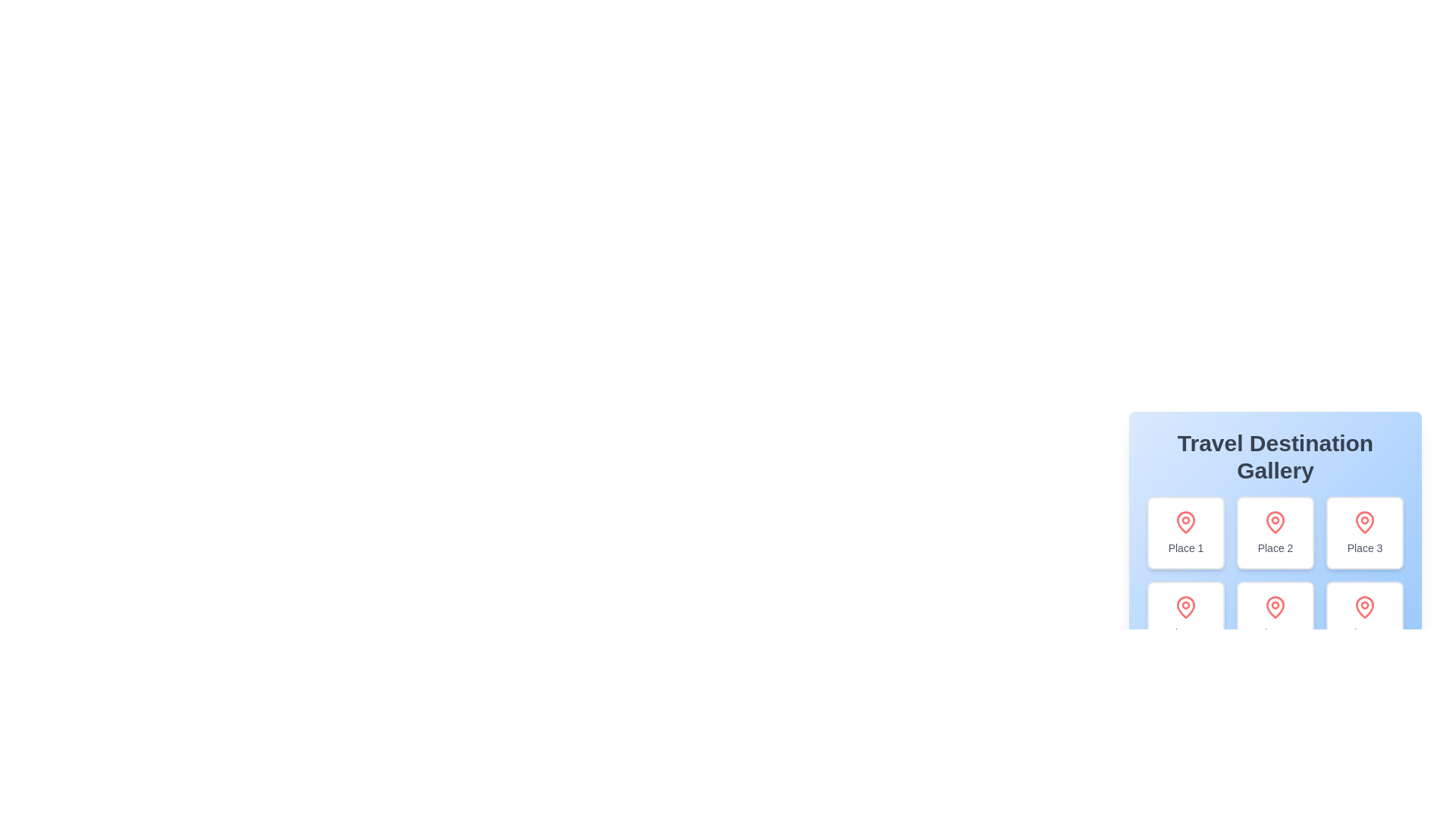  What do you see at coordinates (1365, 617) in the screenshot?
I see `the selectable card located in the third column of the second row under the 'Travel Destination Gallery' heading` at bounding box center [1365, 617].